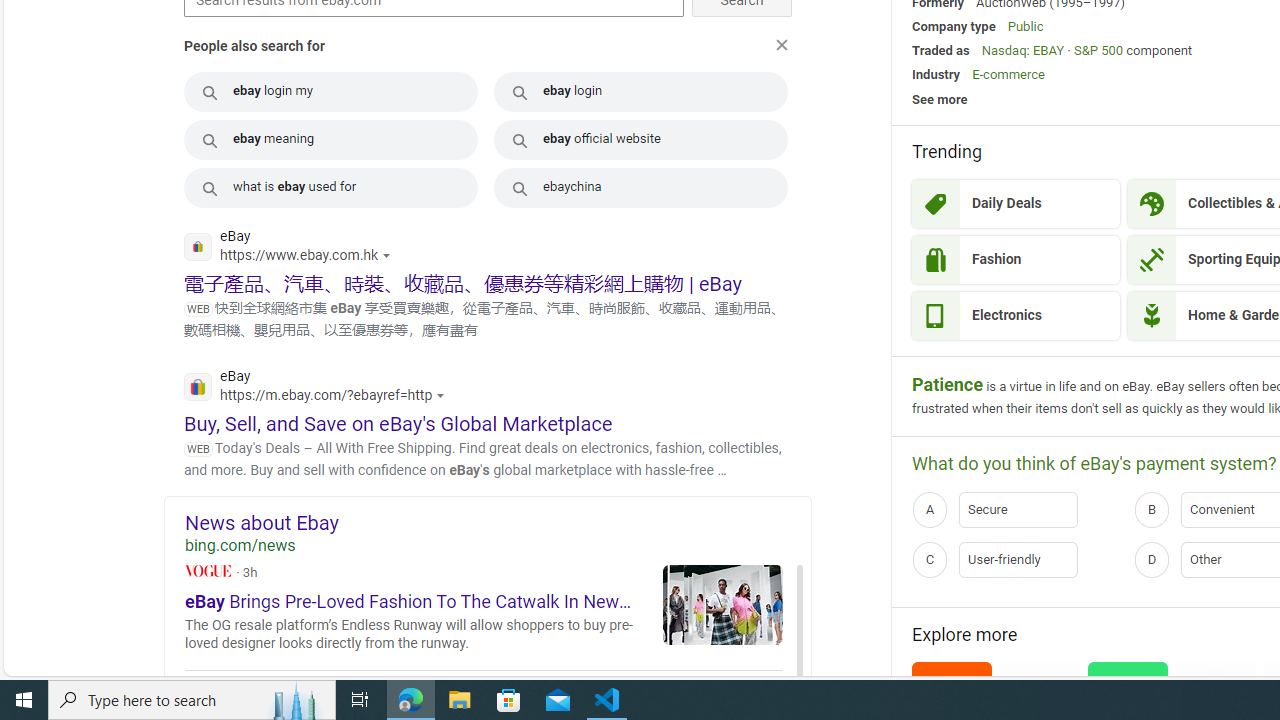 This screenshot has width=1280, height=720. What do you see at coordinates (1015, 315) in the screenshot?
I see `'Electronics'` at bounding box center [1015, 315].